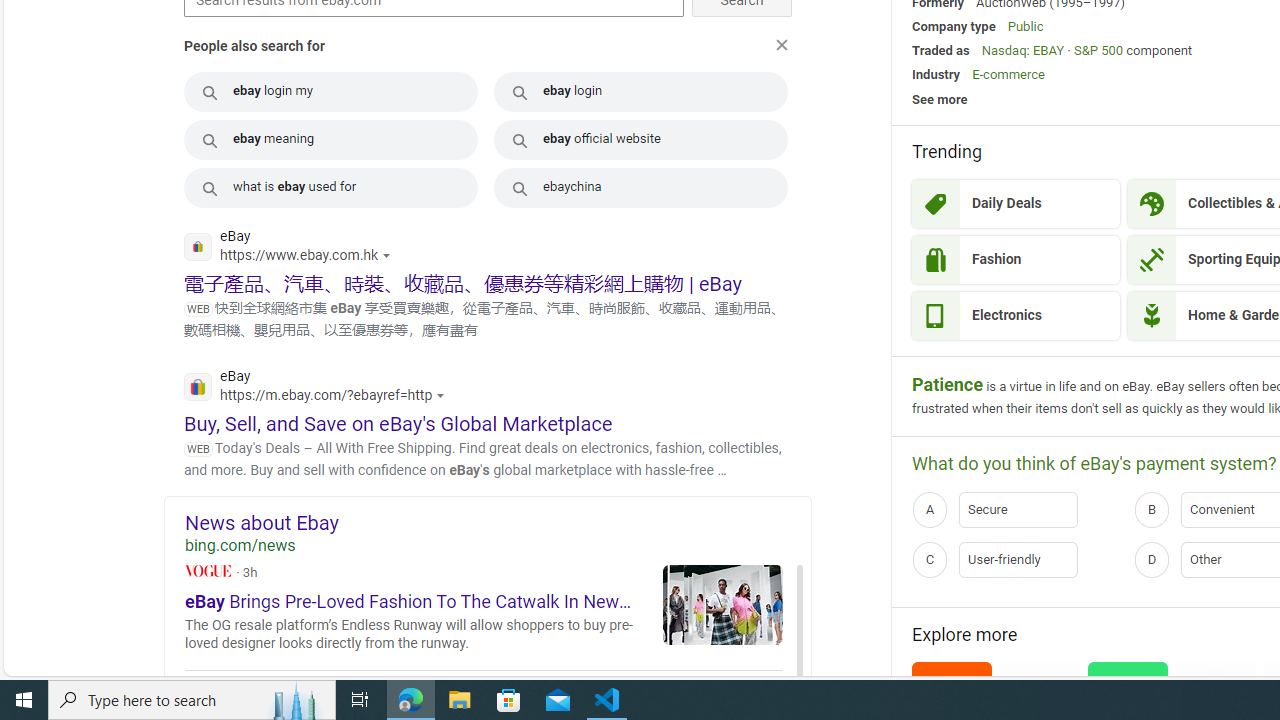 This screenshot has width=1280, height=720. What do you see at coordinates (1015, 315) in the screenshot?
I see `'Electronics'` at bounding box center [1015, 315].